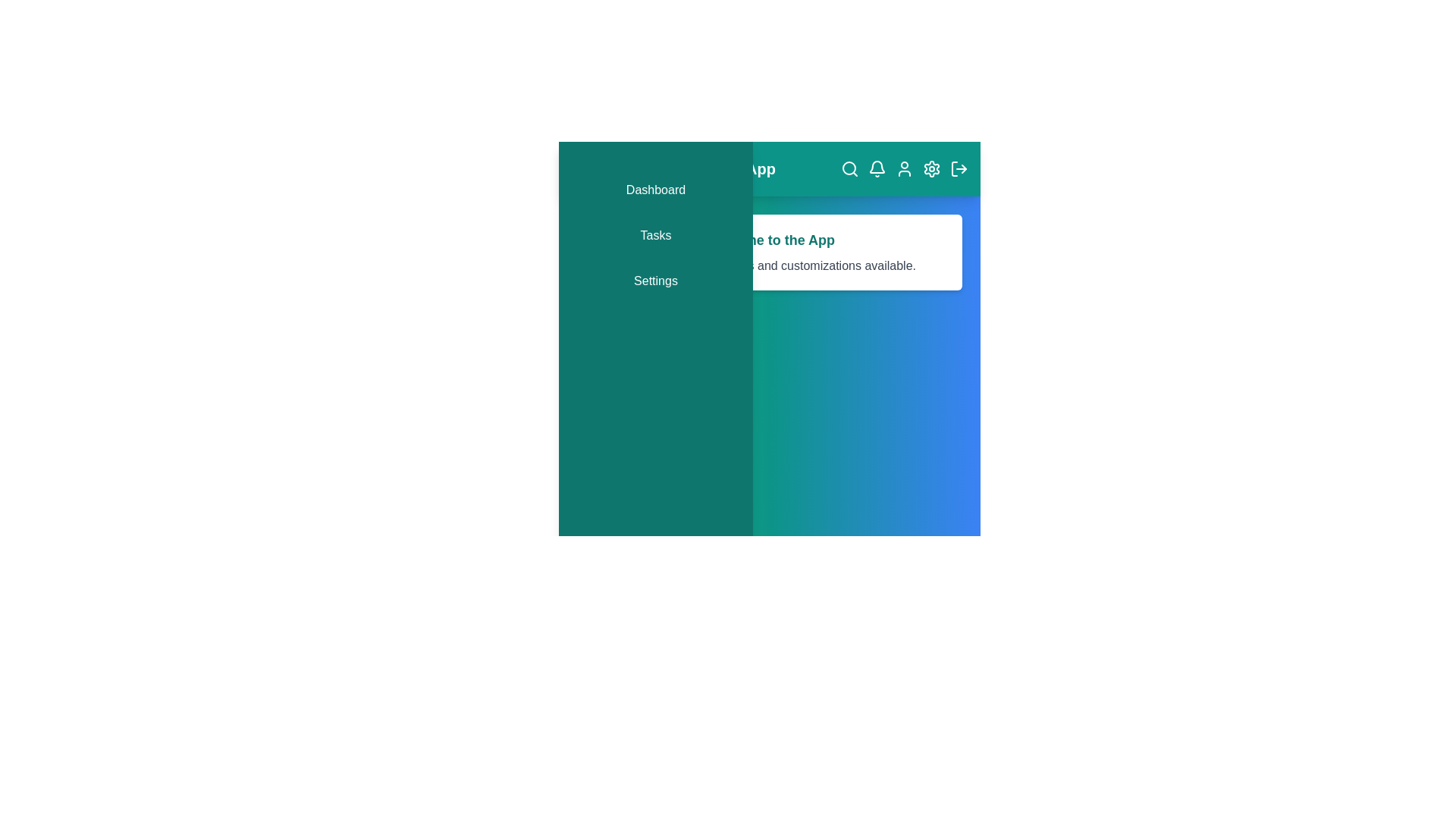 The width and height of the screenshot is (1456, 819). What do you see at coordinates (585, 169) in the screenshot?
I see `the menu button to toggle the menu visibility` at bounding box center [585, 169].